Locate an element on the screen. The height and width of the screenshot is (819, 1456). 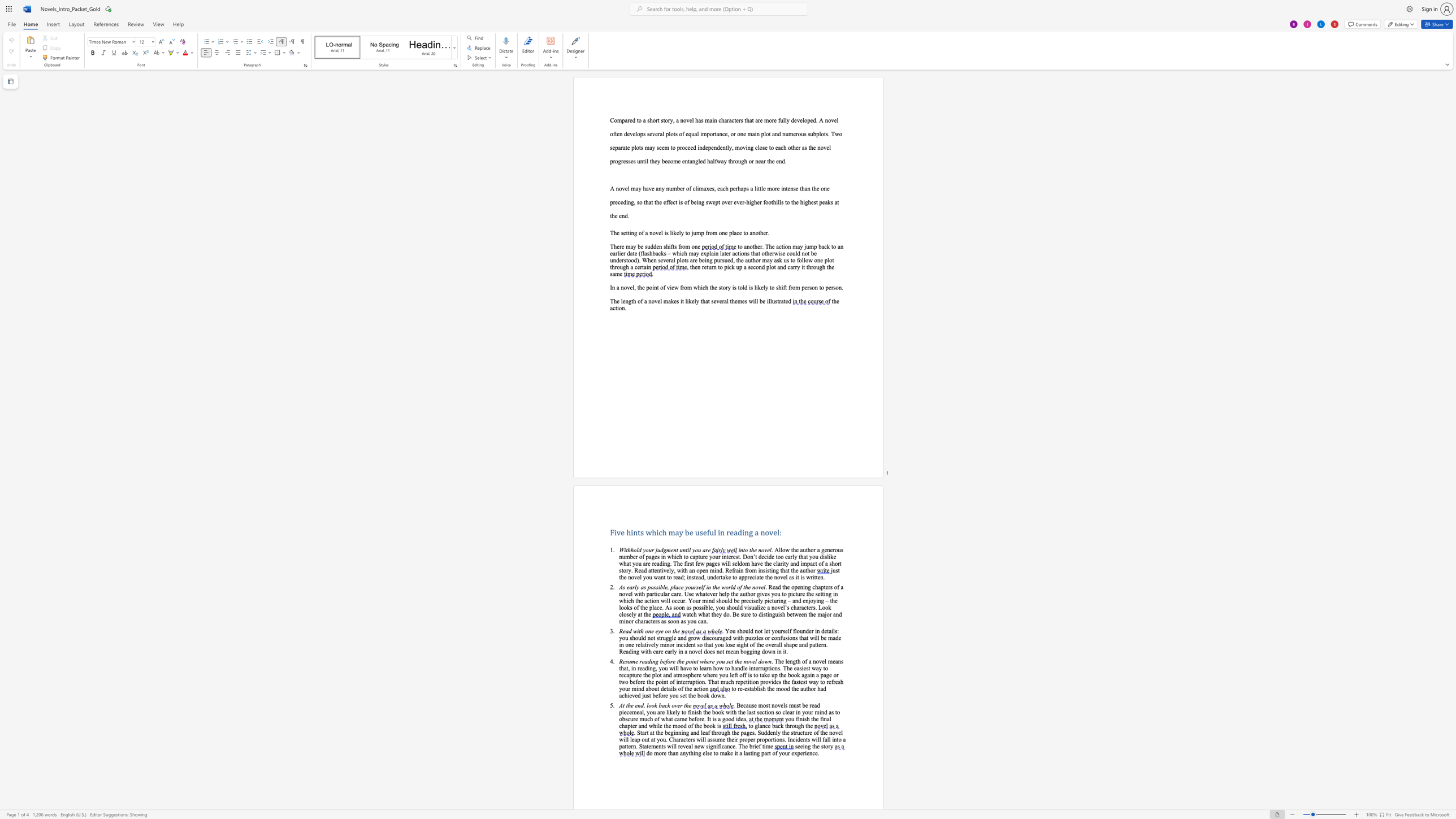
the 1th character "k" in the text is located at coordinates (674, 232).